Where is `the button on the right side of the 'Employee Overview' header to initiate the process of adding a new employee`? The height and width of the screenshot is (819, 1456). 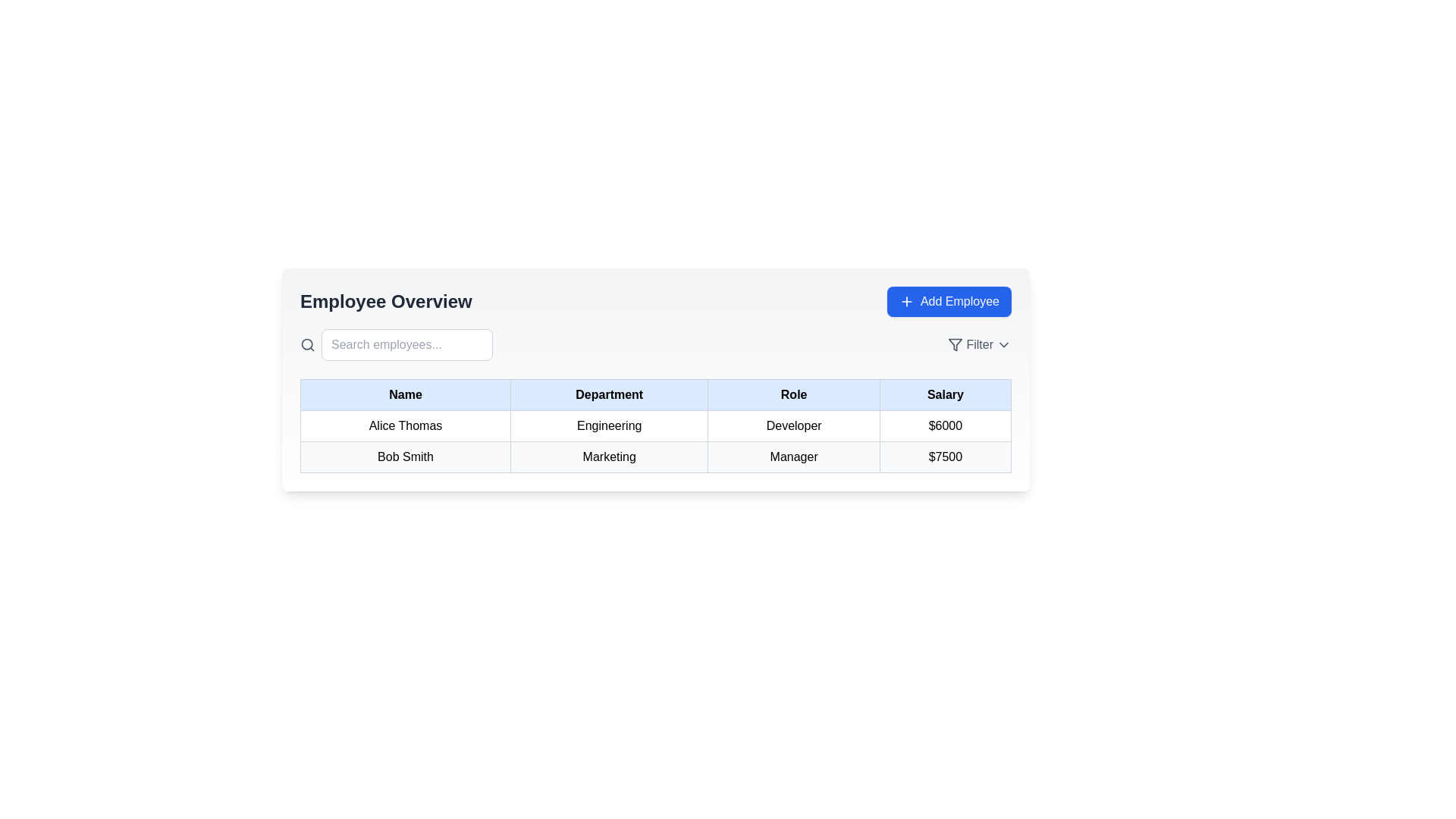
the button on the right side of the 'Employee Overview' header to initiate the process of adding a new employee is located at coordinates (949, 301).